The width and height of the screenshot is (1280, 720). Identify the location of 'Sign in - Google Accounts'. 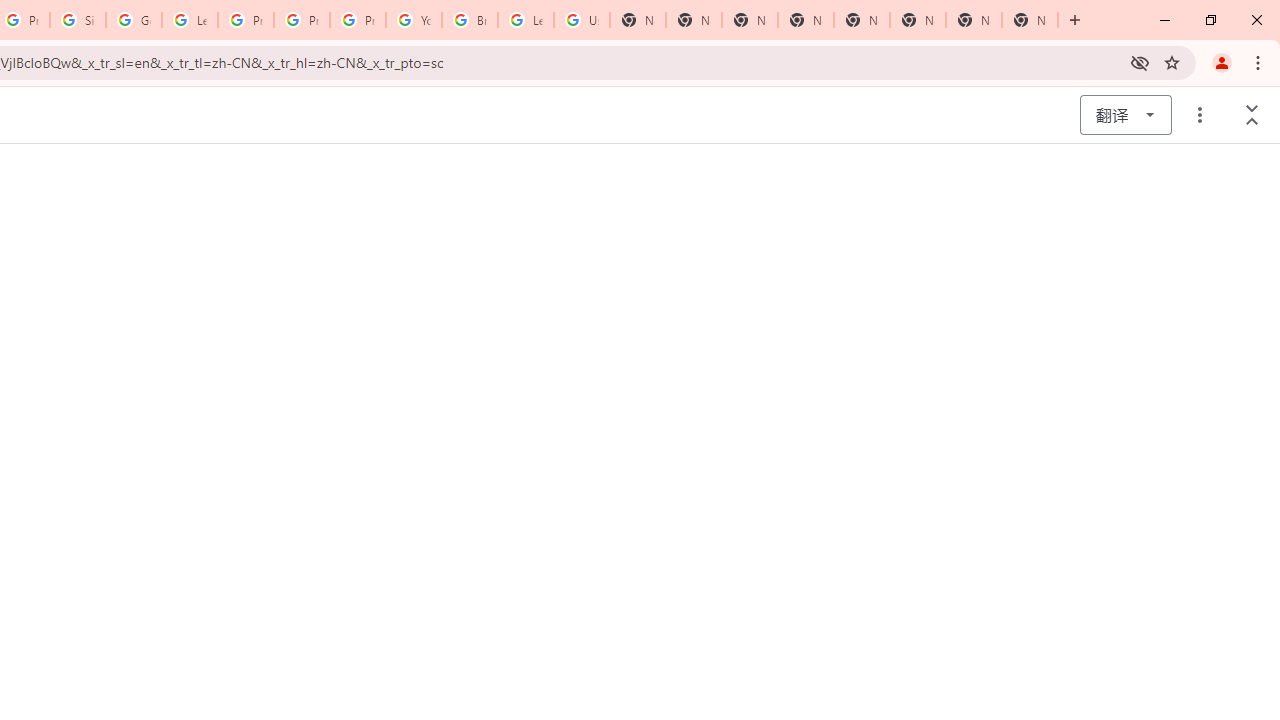
(78, 20).